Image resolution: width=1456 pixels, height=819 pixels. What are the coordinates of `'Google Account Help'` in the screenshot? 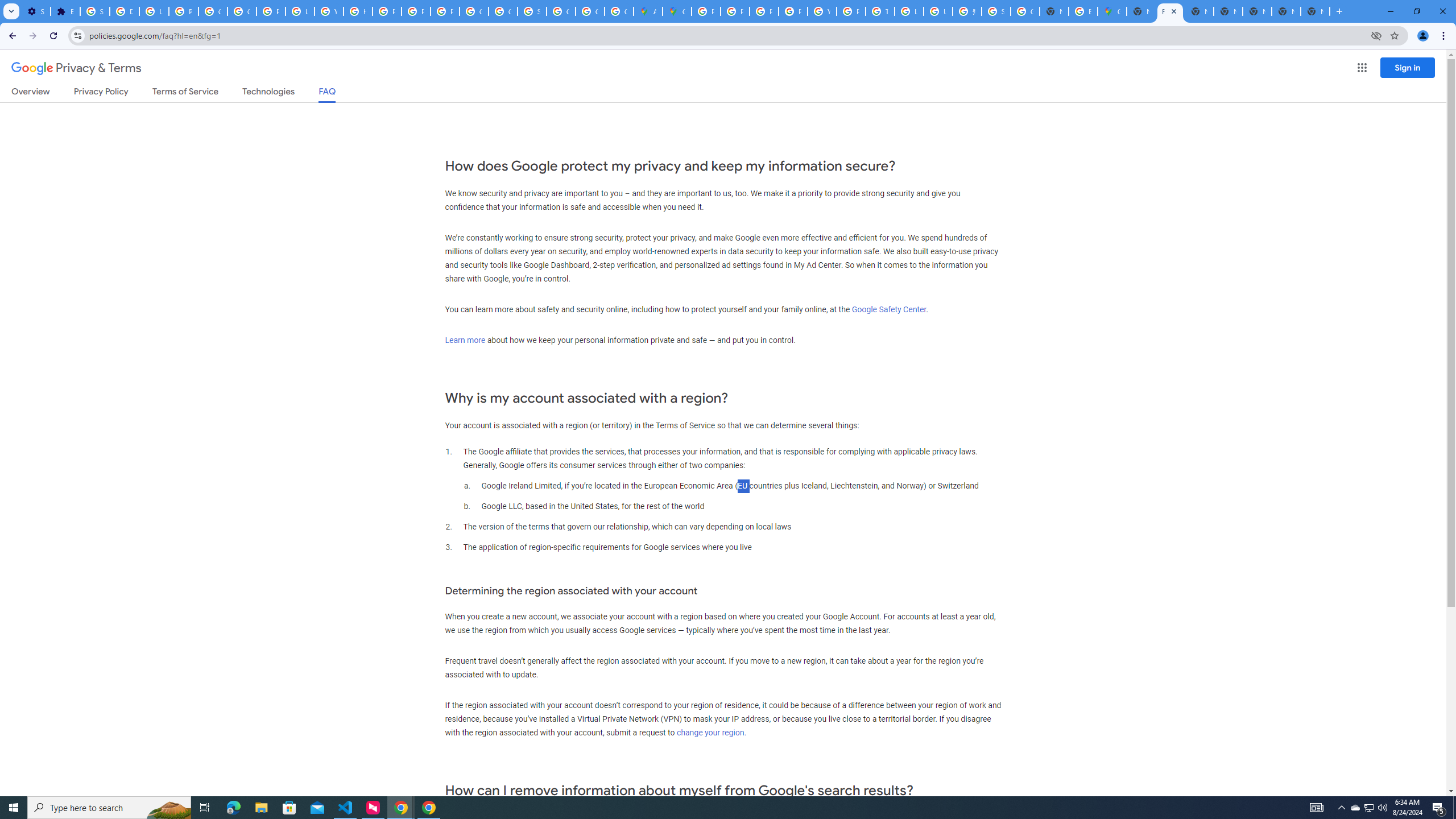 It's located at (213, 11).